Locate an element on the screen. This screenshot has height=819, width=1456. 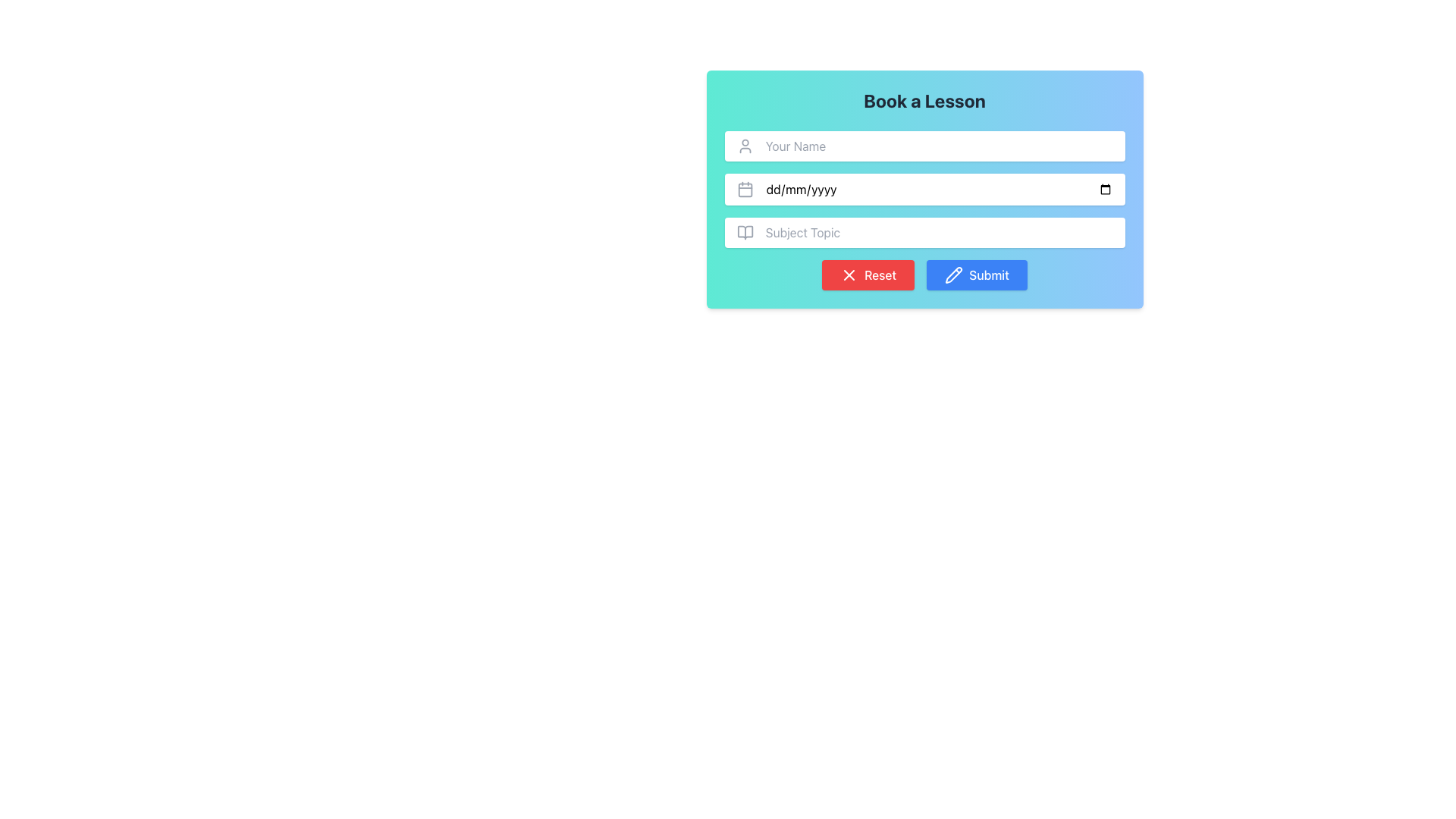
the pencil-shaped icon with a blue outline located within the 'Submit' button area at the bottom right of the form is located at coordinates (953, 275).